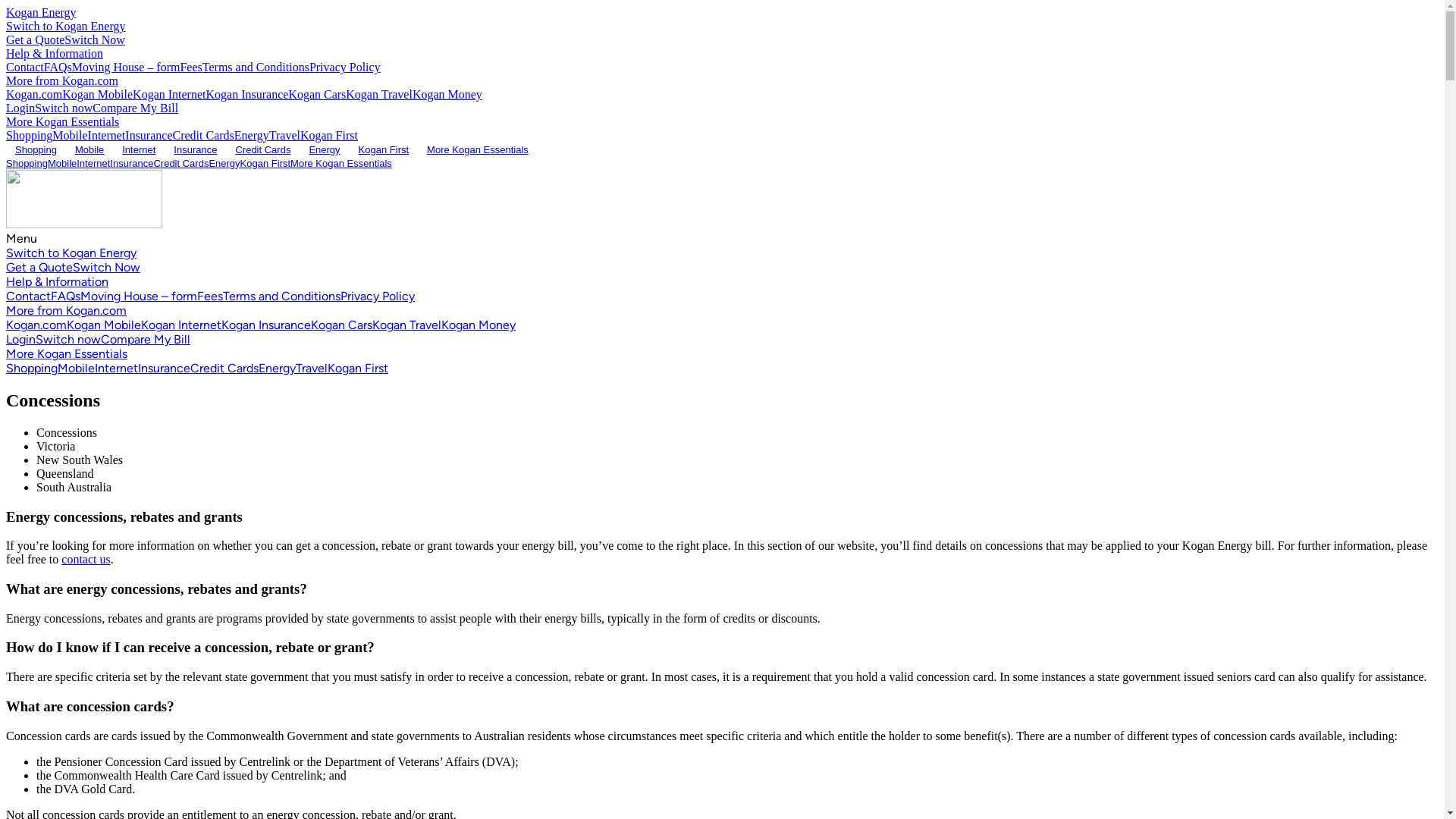 The width and height of the screenshot is (1456, 819). What do you see at coordinates (135, 107) in the screenshot?
I see `'Compare My Bill'` at bounding box center [135, 107].